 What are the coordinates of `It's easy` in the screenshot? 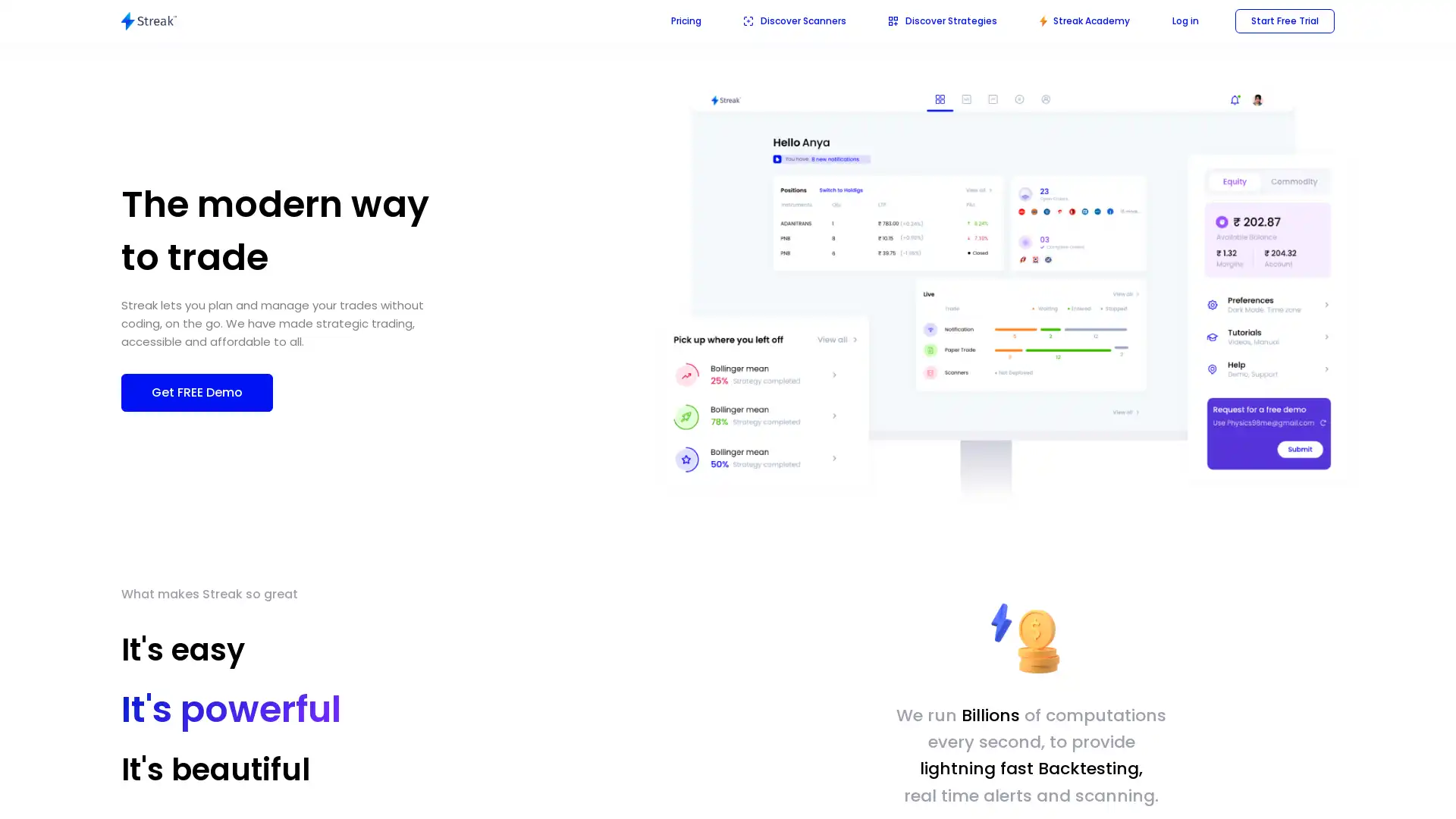 It's located at (182, 648).